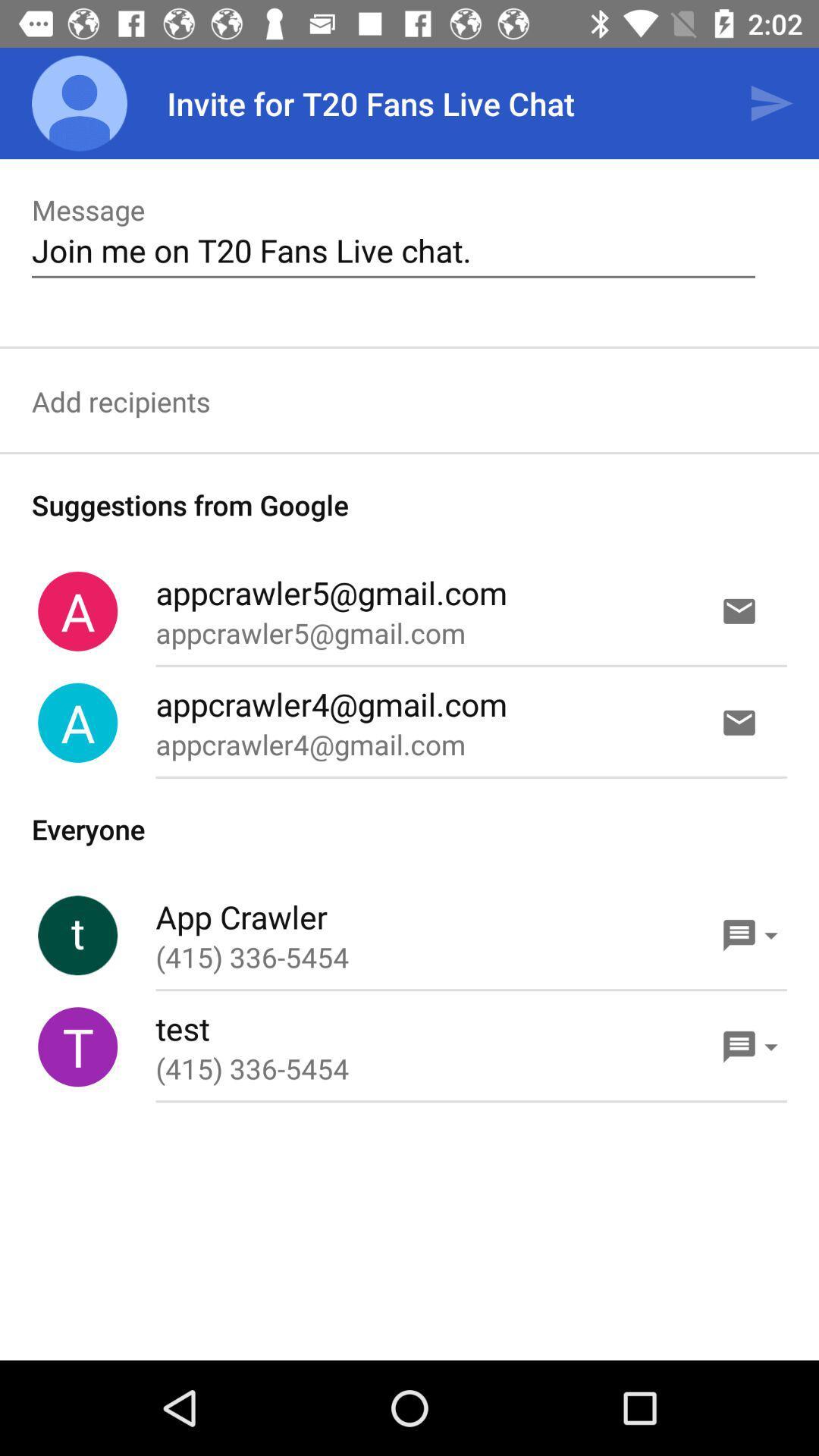 Image resolution: width=819 pixels, height=1456 pixels. What do you see at coordinates (771, 102) in the screenshot?
I see `the item above join me on` at bounding box center [771, 102].